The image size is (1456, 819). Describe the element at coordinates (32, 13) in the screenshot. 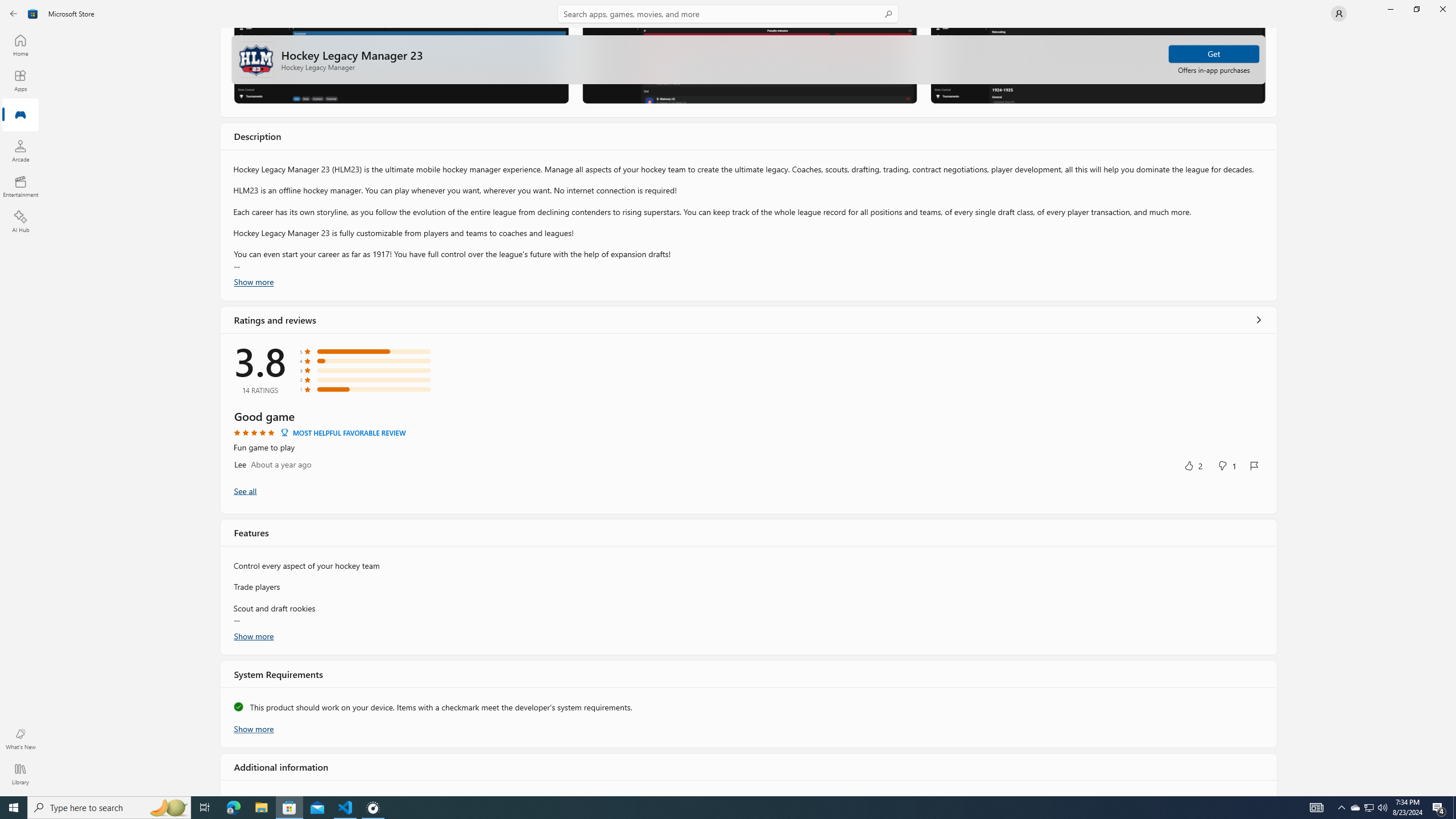

I see `'Class: Image'` at that location.